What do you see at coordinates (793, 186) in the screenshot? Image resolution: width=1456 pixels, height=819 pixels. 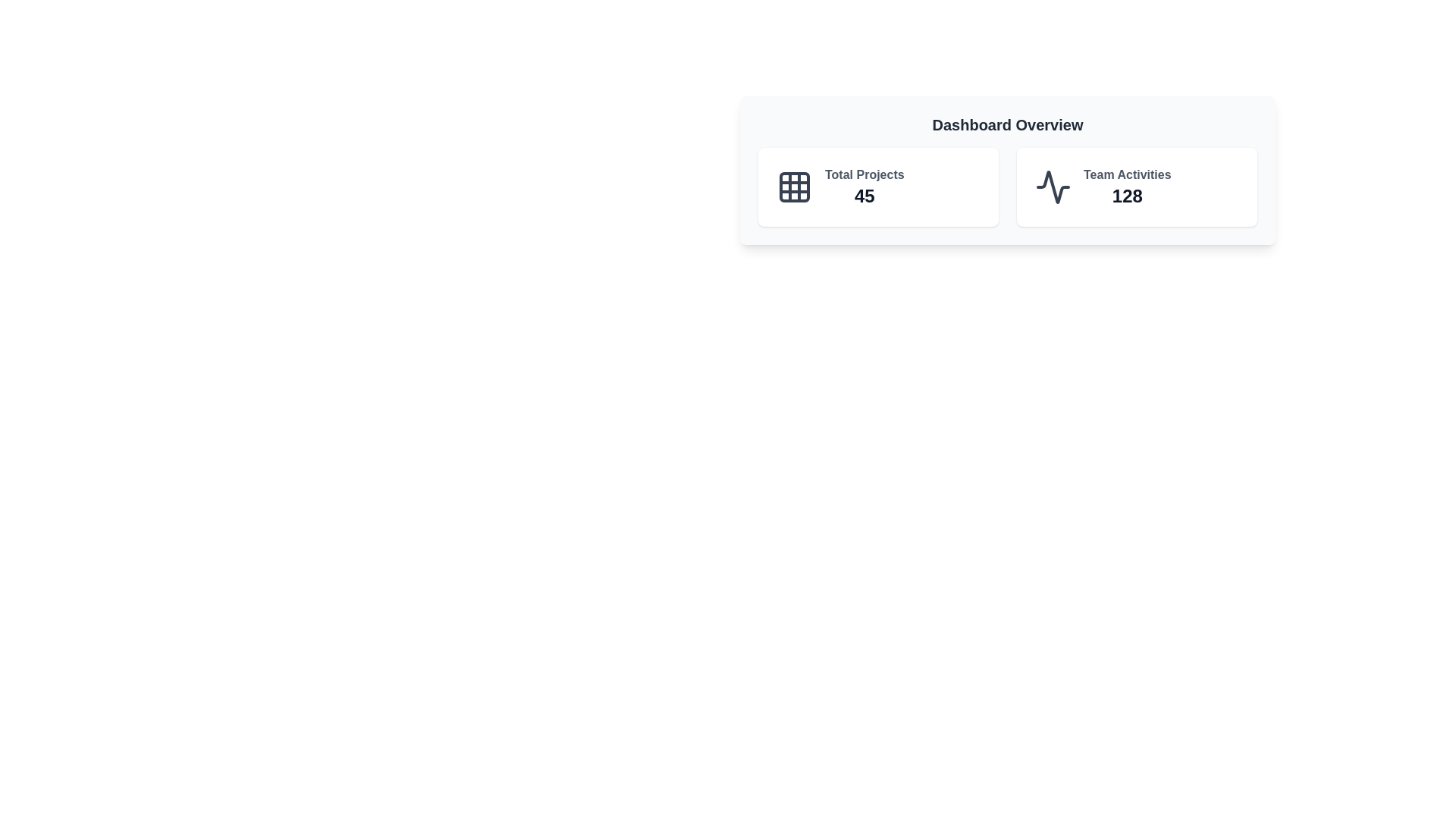 I see `the grid icon located in the top-left section of the 'Total Projects' card` at bounding box center [793, 186].